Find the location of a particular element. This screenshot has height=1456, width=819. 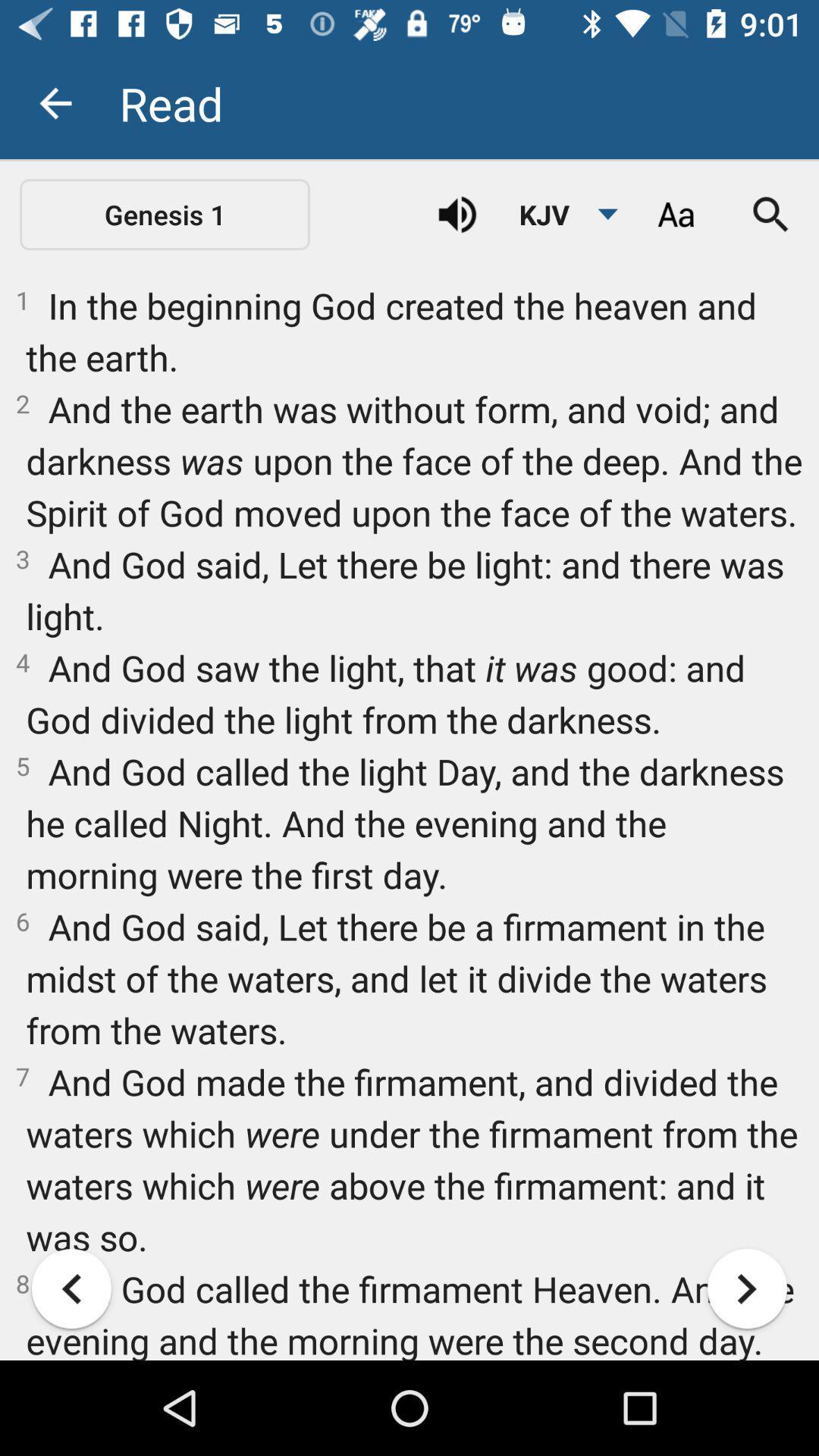

icon above 1 in the is located at coordinates (560, 214).